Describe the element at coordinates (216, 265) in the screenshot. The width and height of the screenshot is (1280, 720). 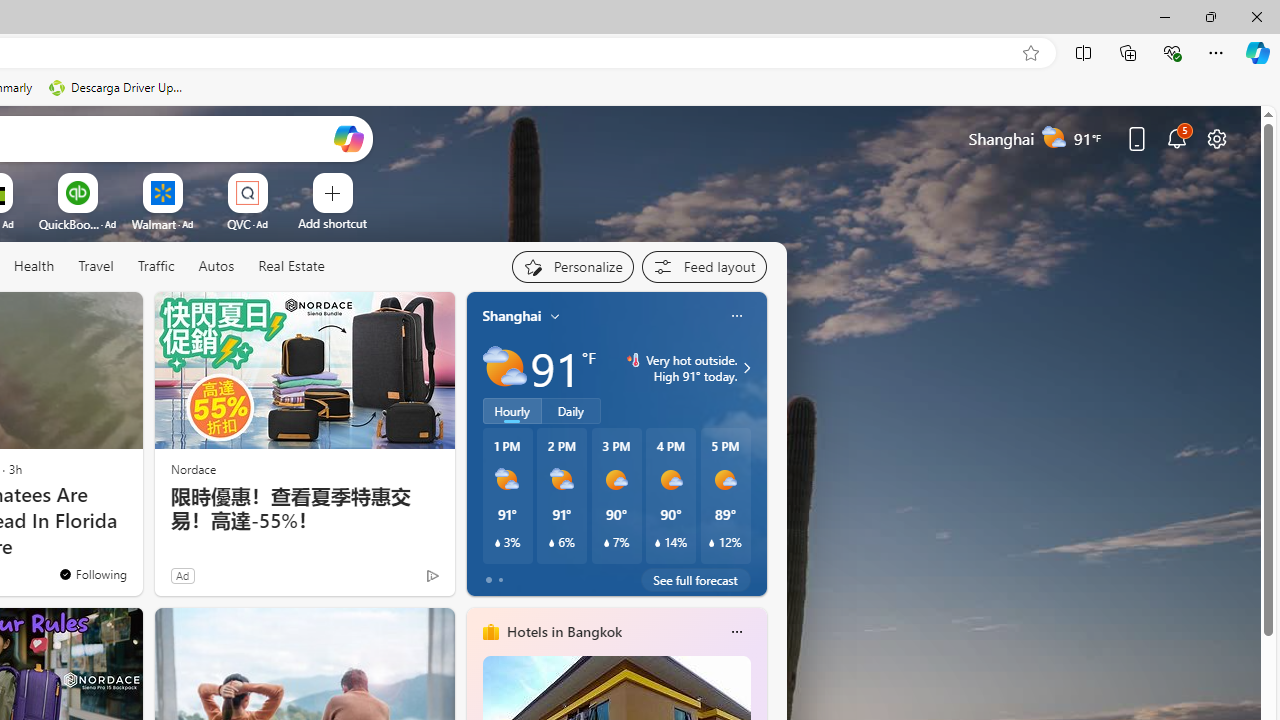
I see `'Autos'` at that location.